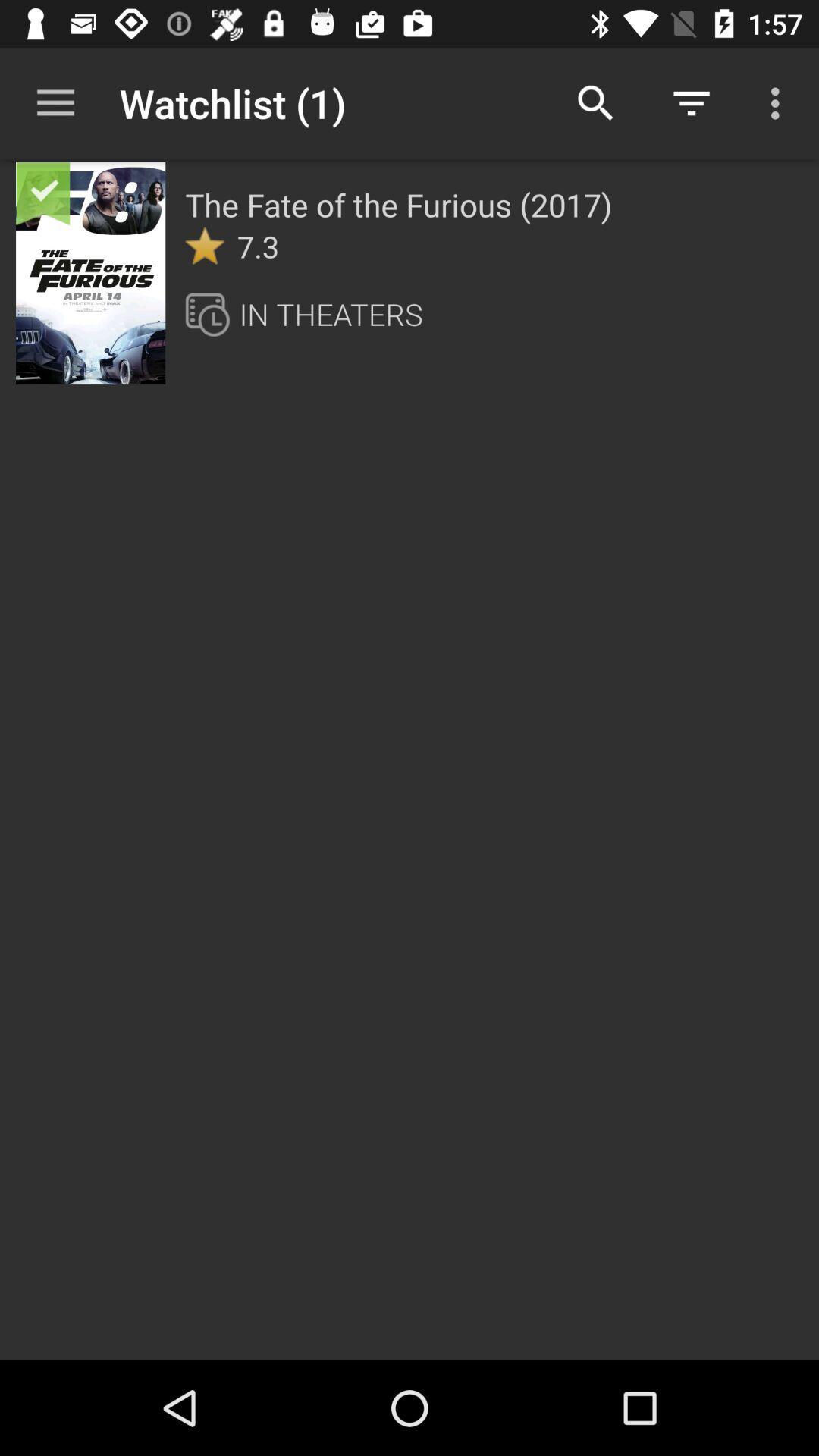 This screenshot has height=1456, width=819. Describe the element at coordinates (90, 273) in the screenshot. I see `the item next to the fate of icon` at that location.